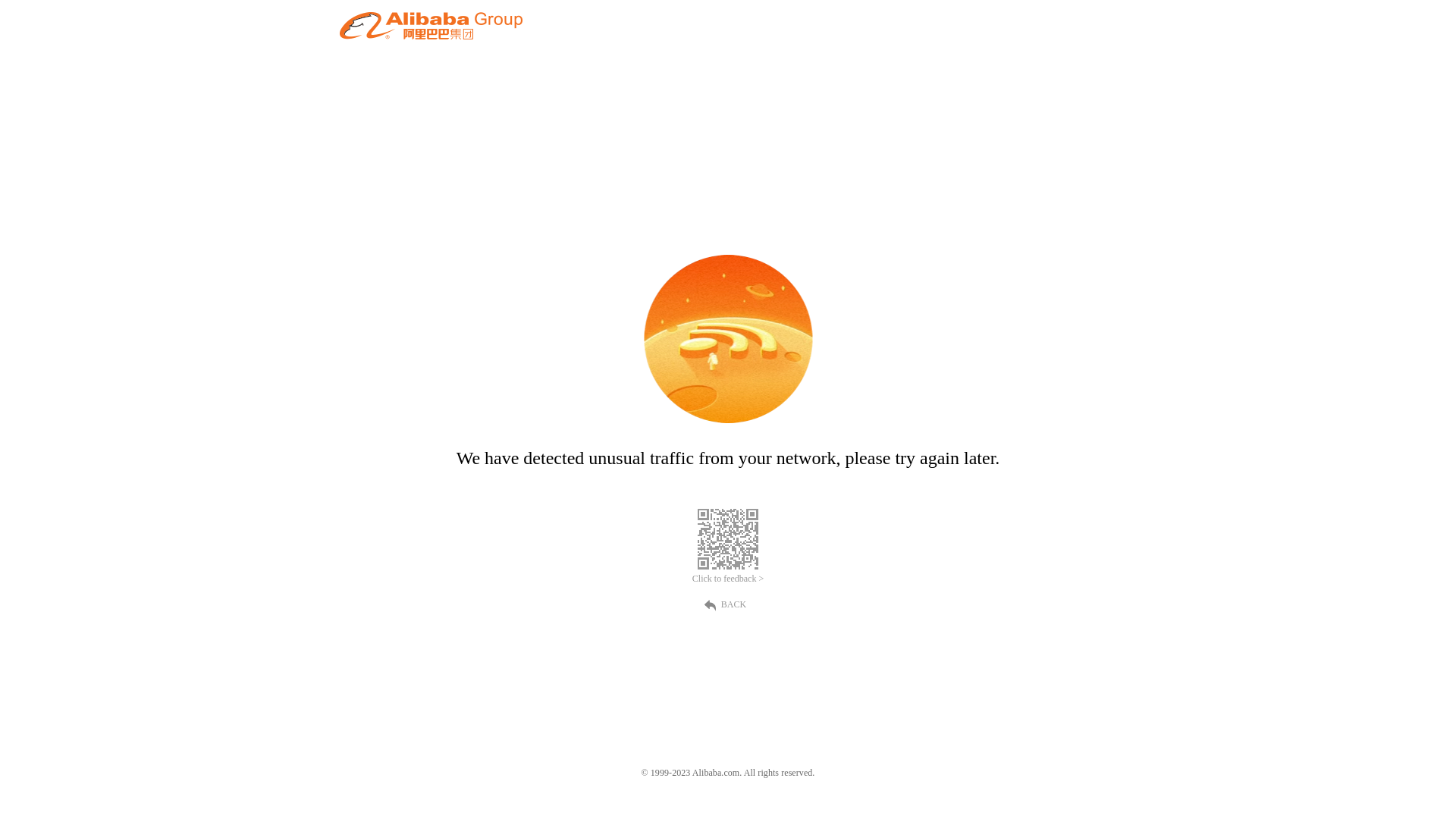 Image resolution: width=1456 pixels, height=819 pixels. I want to click on 'BACK', so click(728, 602).